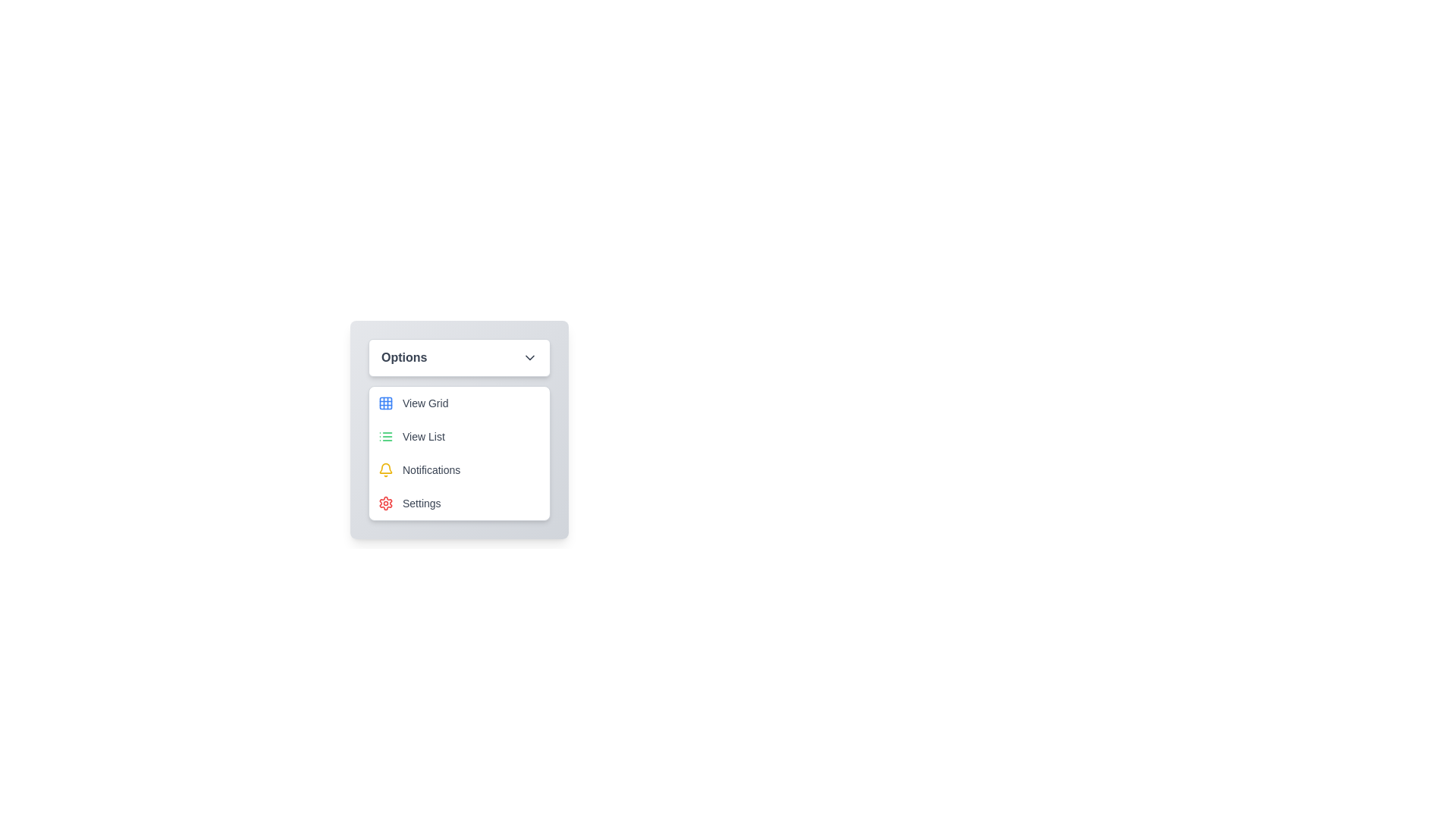 The height and width of the screenshot is (819, 1456). I want to click on the 'View Grid' icon, which serves as an indicative icon for the grid layout functionality, so click(385, 403).